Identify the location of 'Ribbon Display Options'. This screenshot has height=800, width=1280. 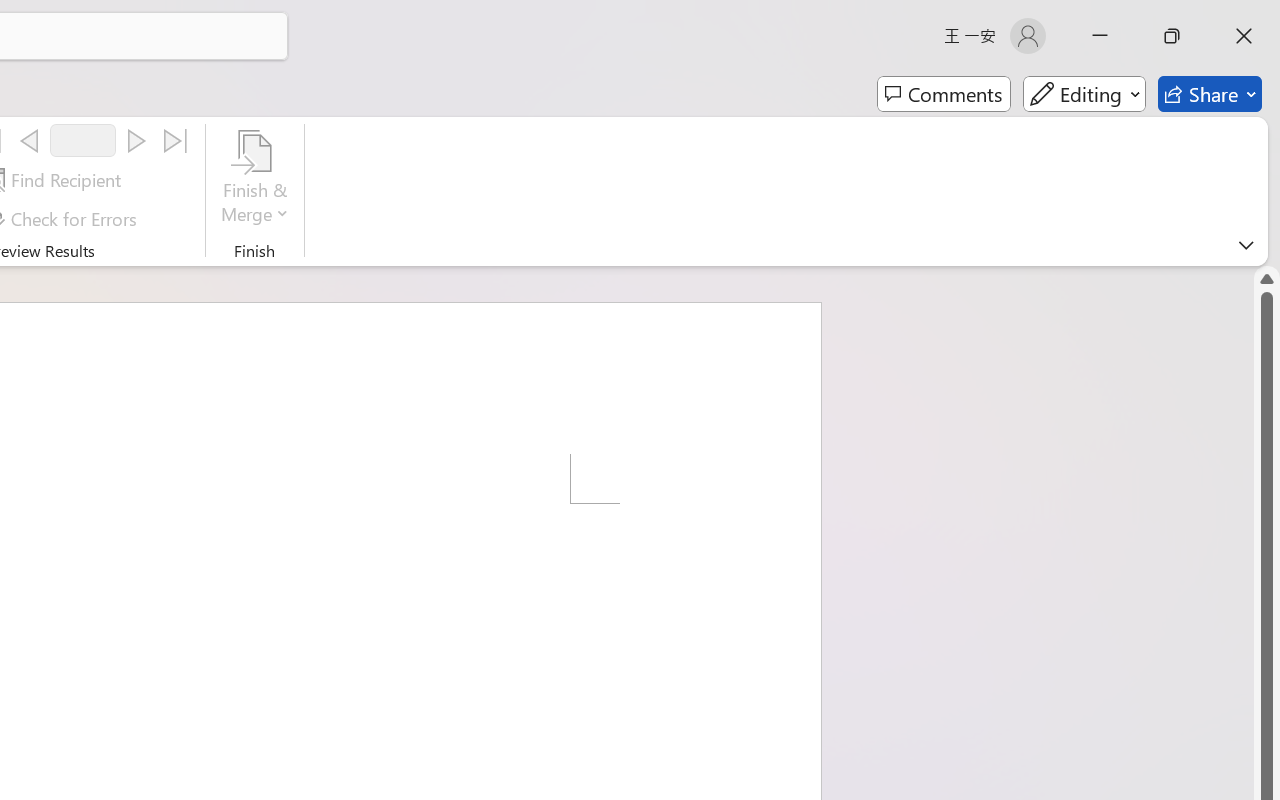
(1245, 244).